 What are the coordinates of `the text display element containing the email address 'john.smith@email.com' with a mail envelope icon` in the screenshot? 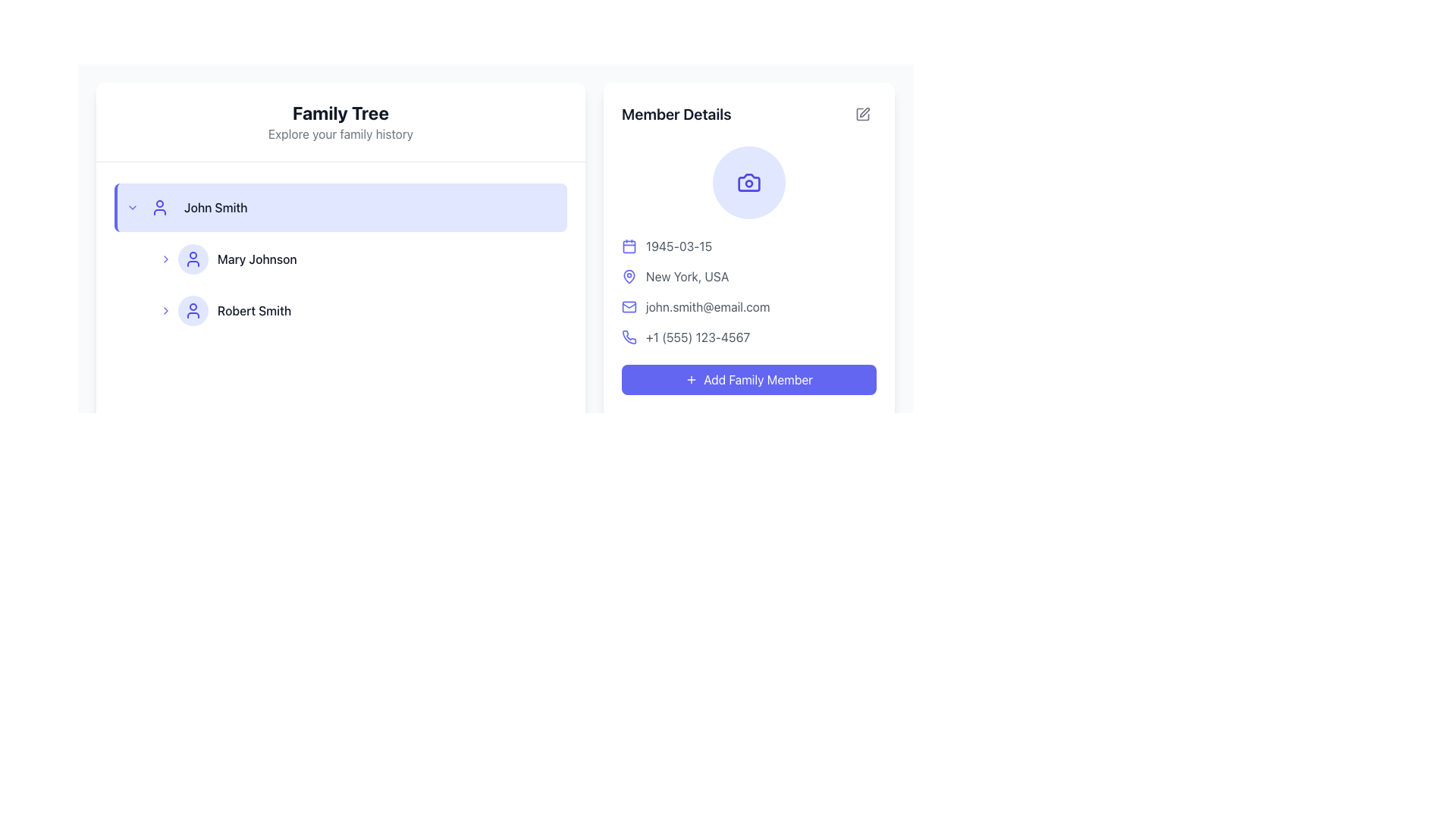 It's located at (749, 307).